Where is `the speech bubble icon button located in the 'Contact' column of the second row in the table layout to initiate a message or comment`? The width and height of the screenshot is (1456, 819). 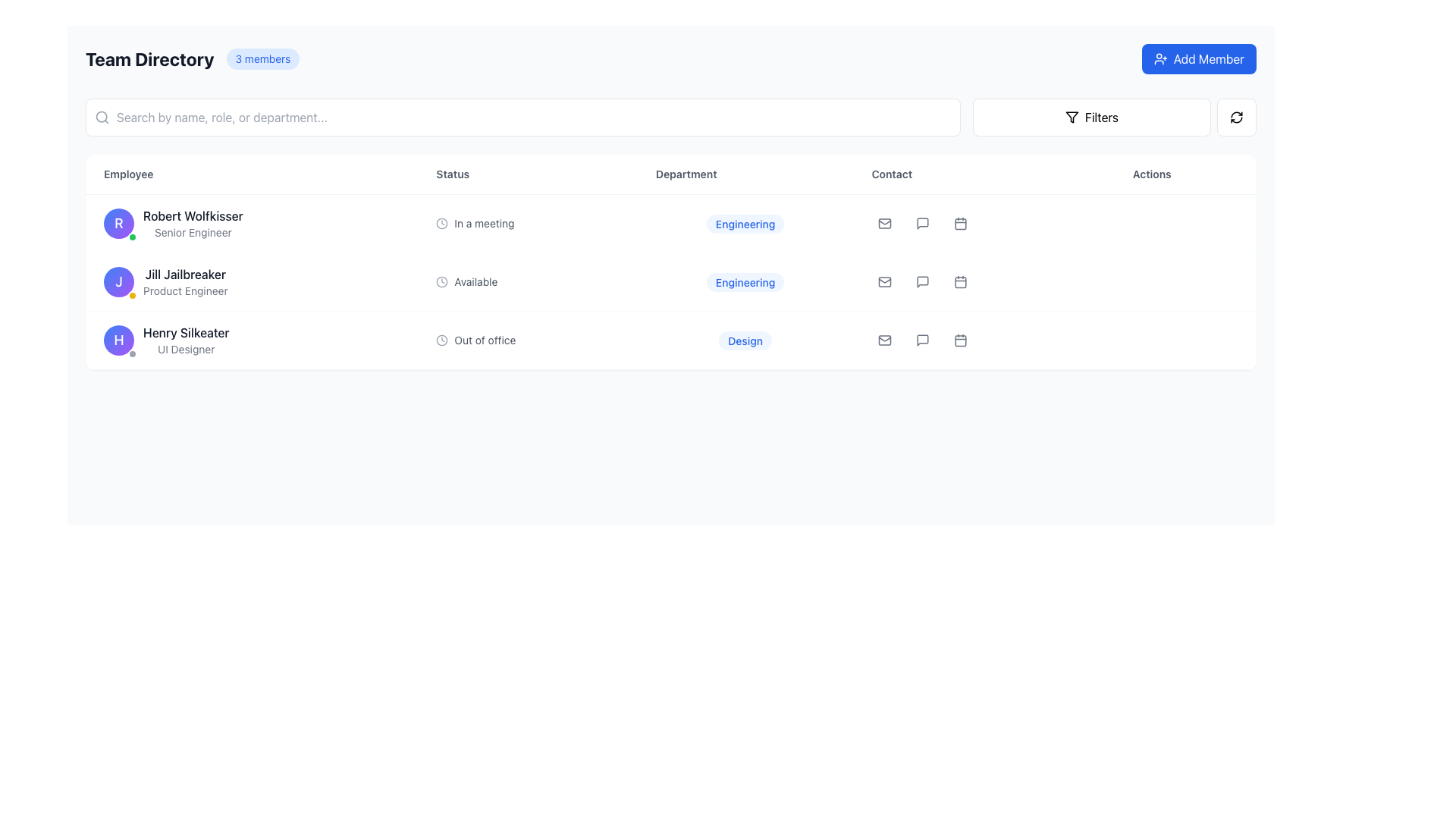
the speech bubble icon button located in the 'Contact' column of the second row in the table layout to initiate a message or comment is located at coordinates (921, 223).